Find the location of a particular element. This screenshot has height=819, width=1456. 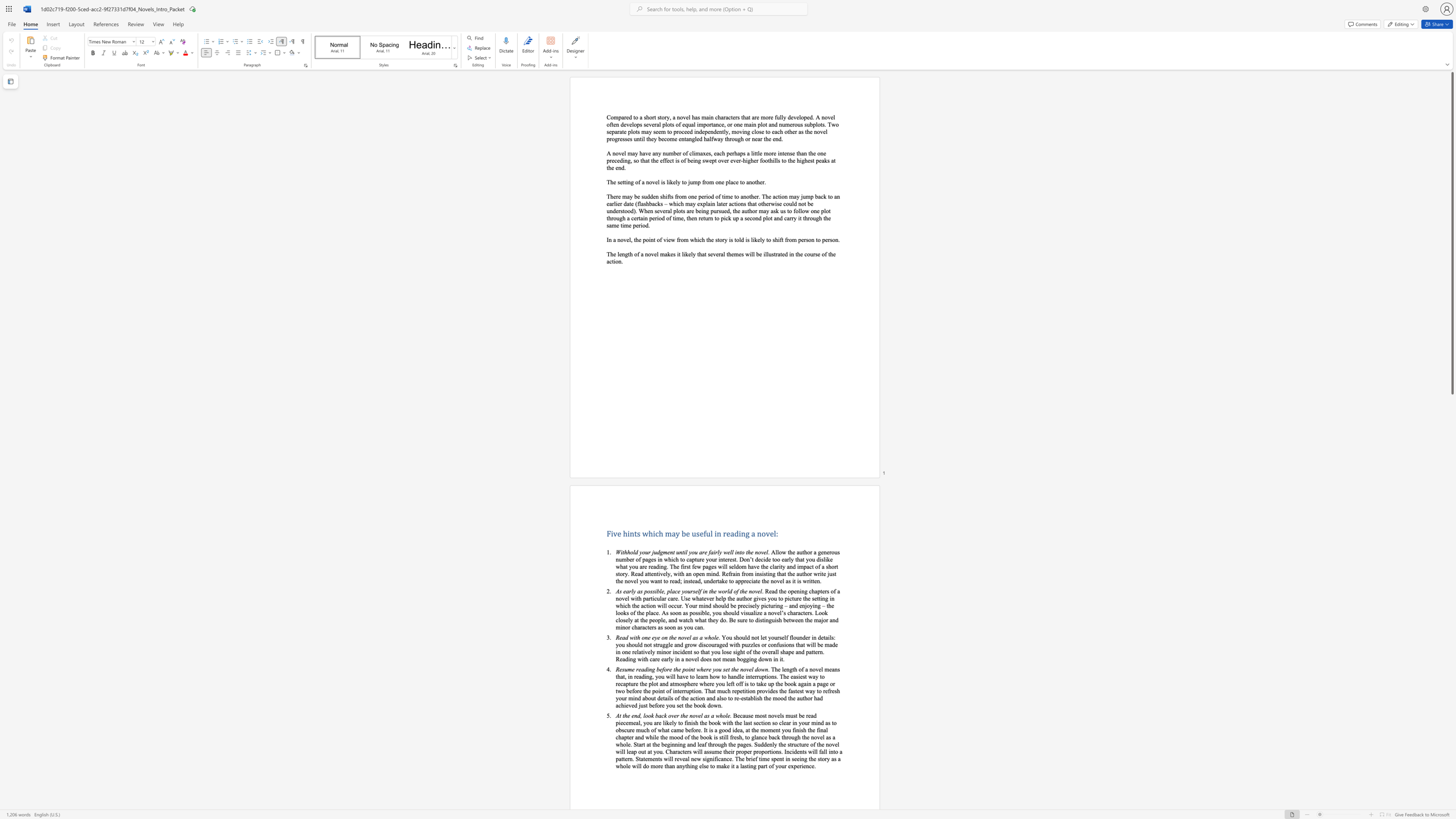

the subset text "ts which may be usefu" within the text "Five hints which may be useful in reading a novel:" is located at coordinates (634, 534).